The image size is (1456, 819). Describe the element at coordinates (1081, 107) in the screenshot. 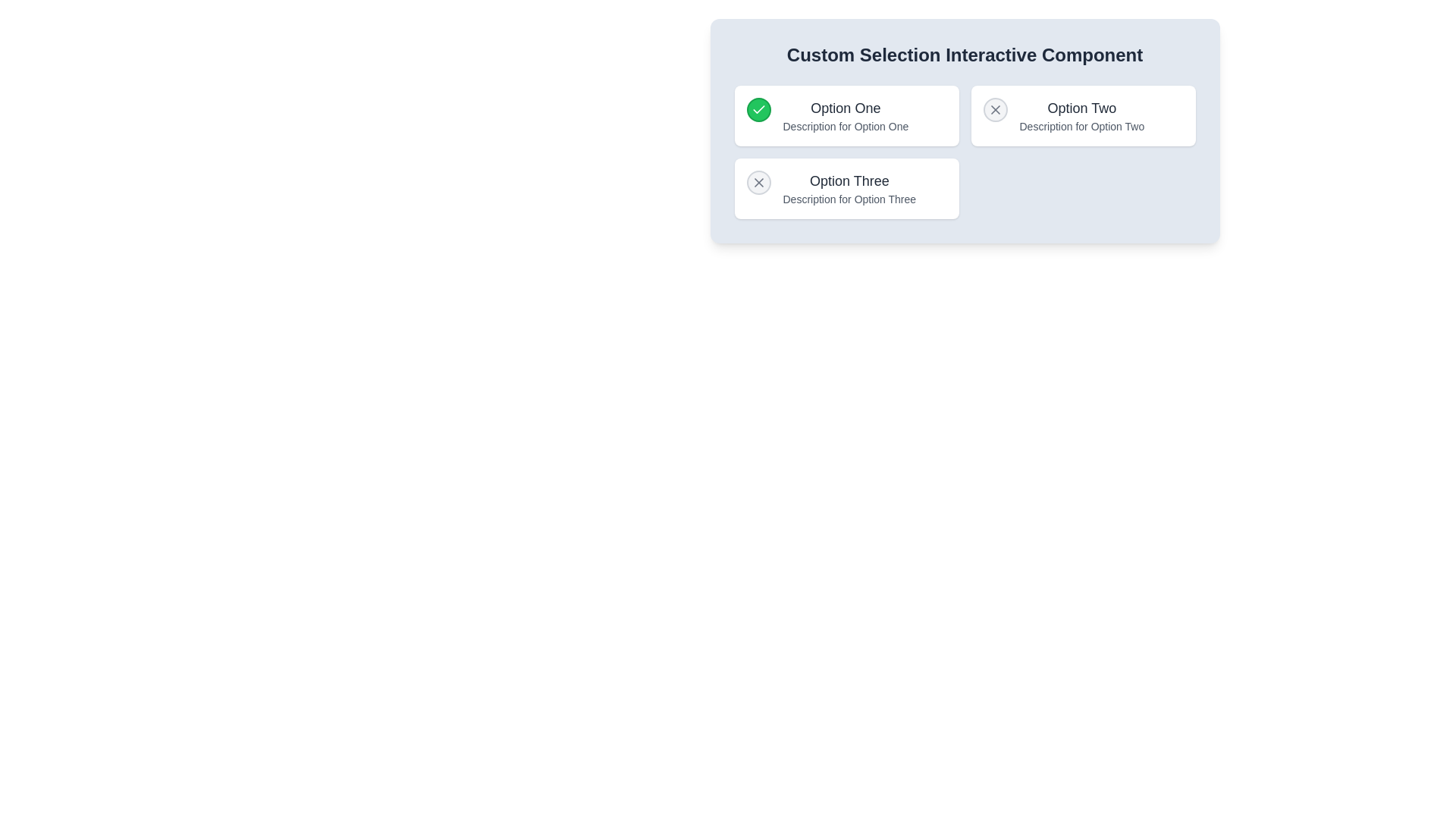

I see `the text label displaying 'Option Two' which is in bold, medium-sized, gray font, located in the top-right quadrant of the interface` at that location.